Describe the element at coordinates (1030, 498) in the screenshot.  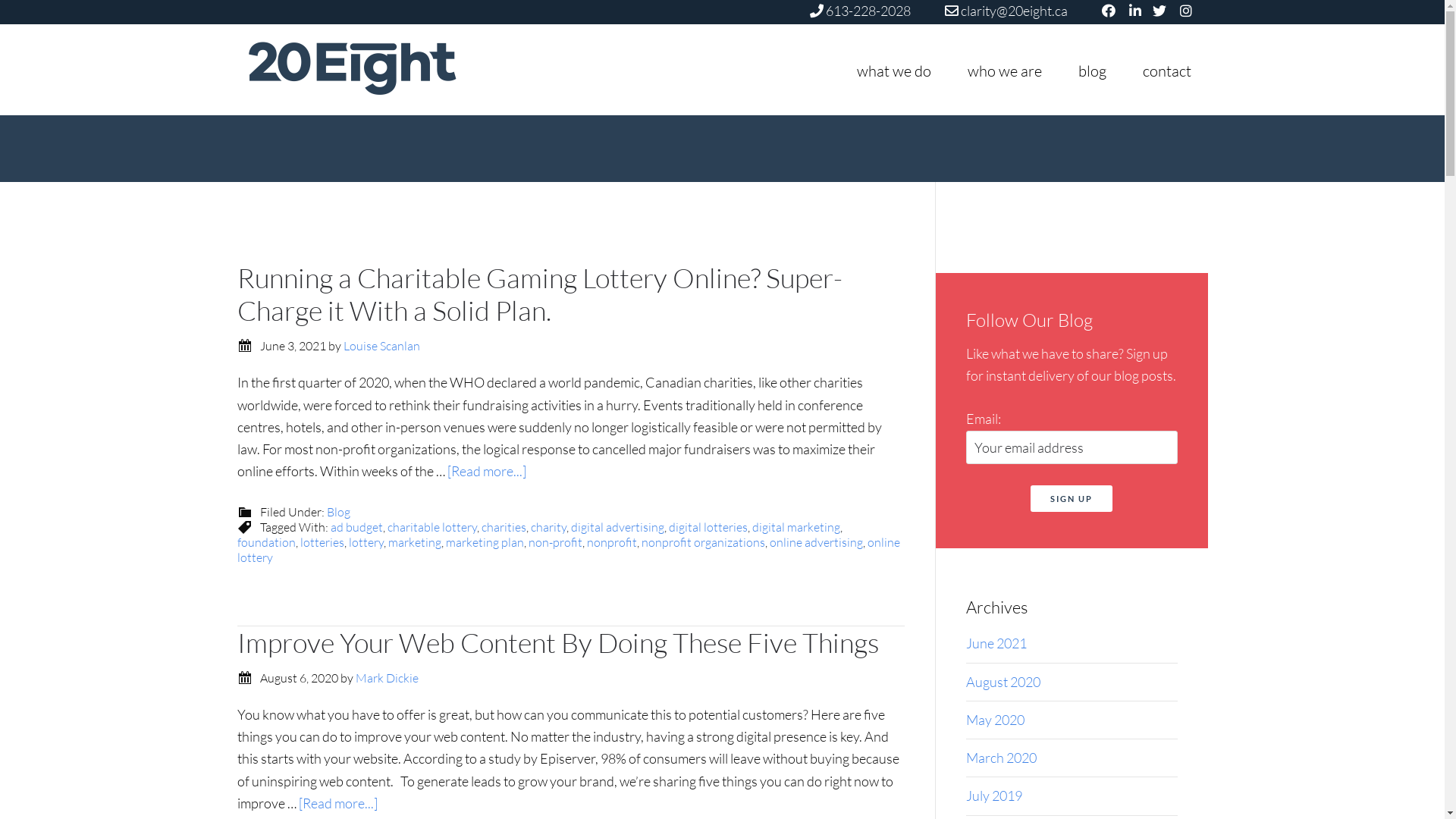
I see `'Sign up'` at that location.